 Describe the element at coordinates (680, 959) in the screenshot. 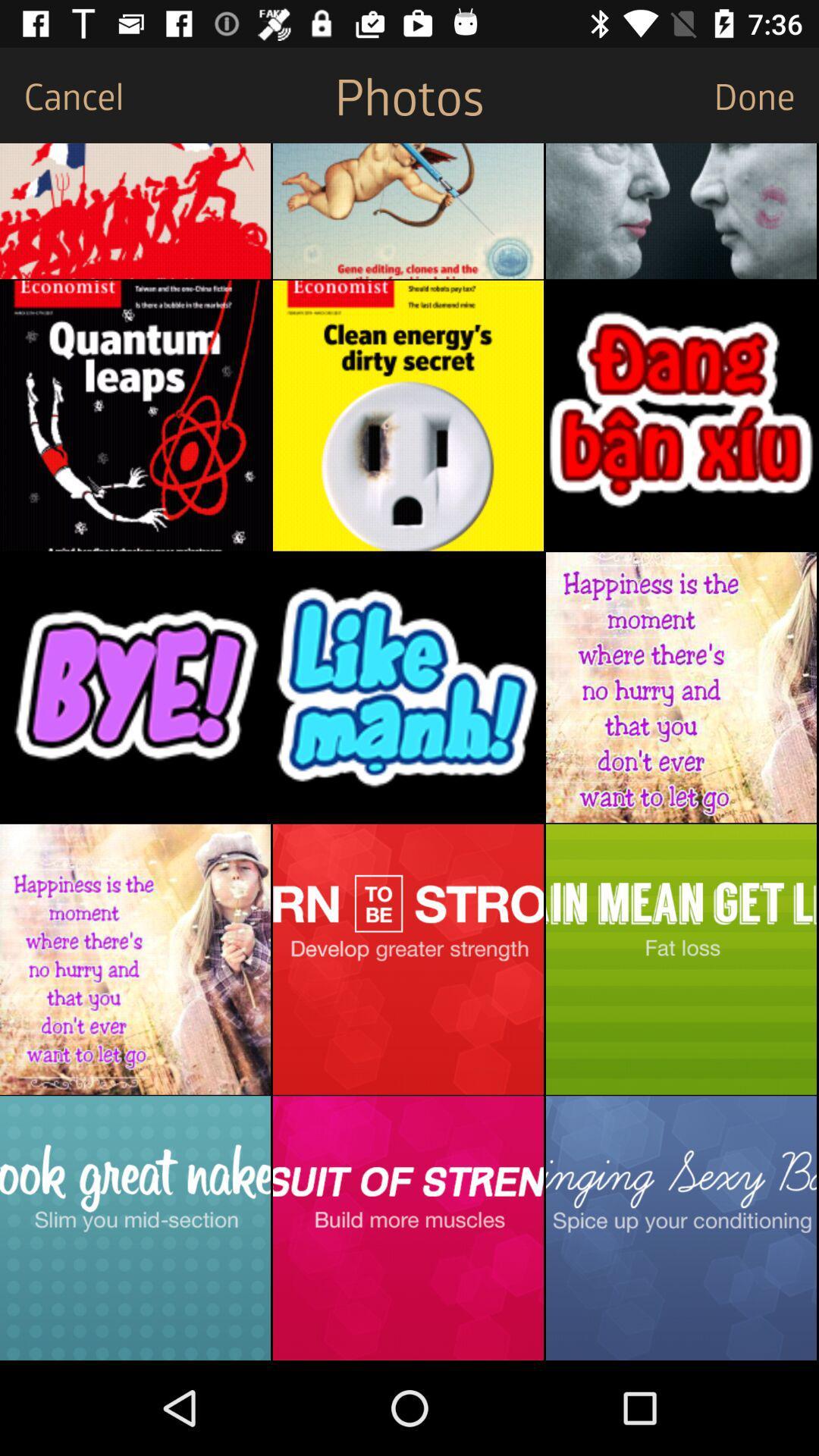

I see `photo` at that location.